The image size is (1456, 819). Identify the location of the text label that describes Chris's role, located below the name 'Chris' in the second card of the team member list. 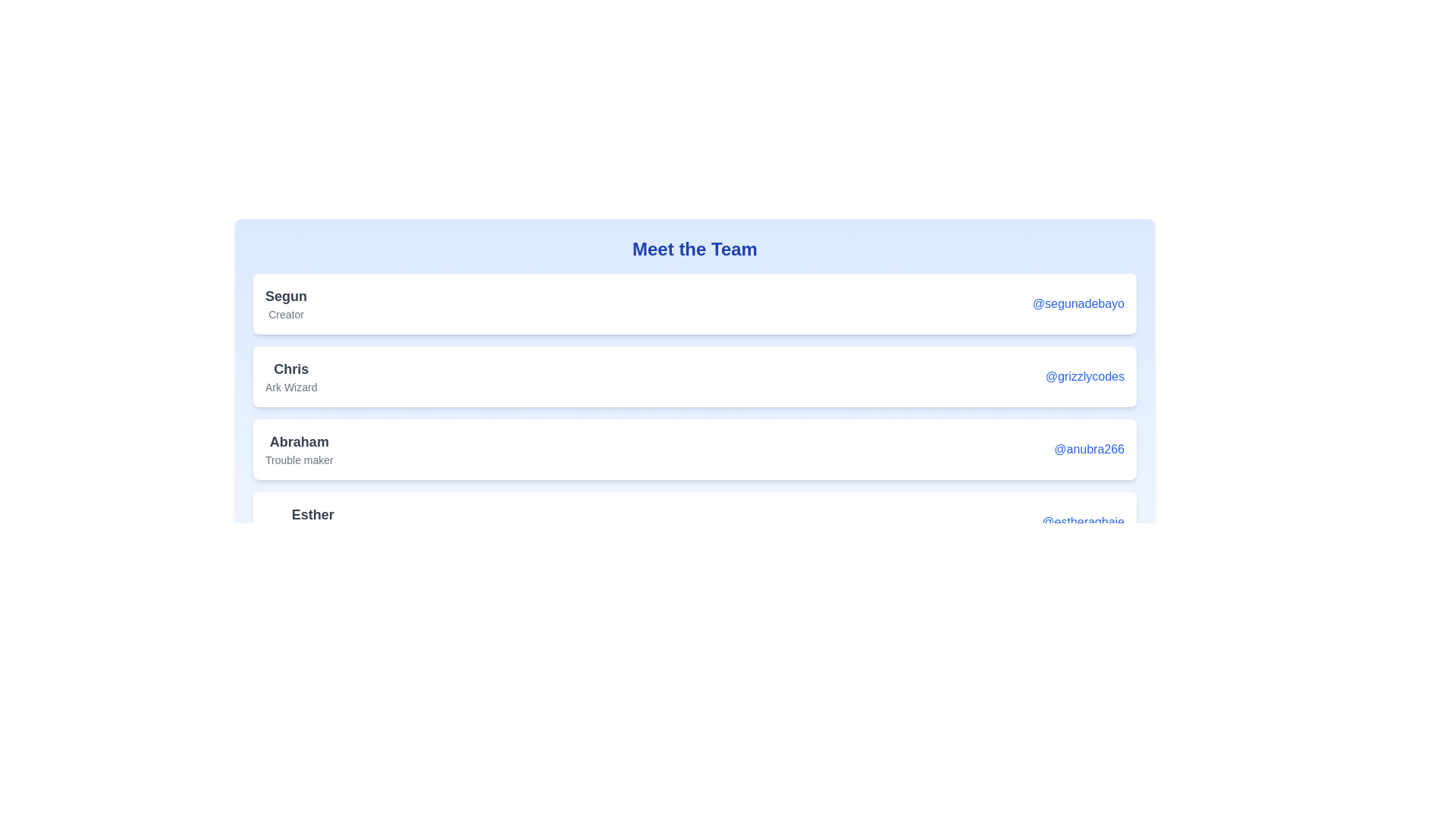
(291, 386).